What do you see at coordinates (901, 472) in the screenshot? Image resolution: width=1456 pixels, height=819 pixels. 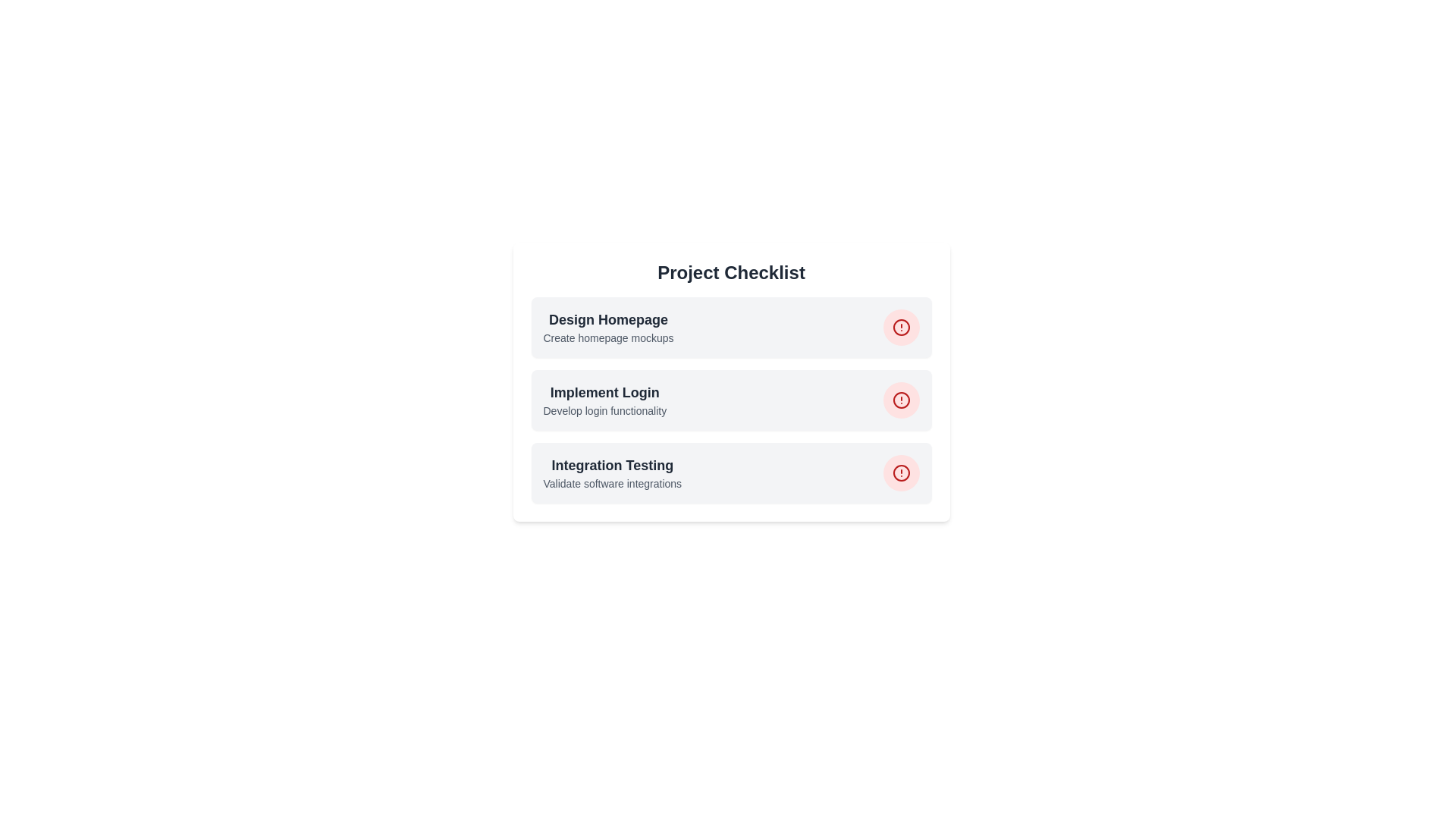 I see `the circular icon with a red alert symbol in the 'Integration Testing' checklist` at bounding box center [901, 472].